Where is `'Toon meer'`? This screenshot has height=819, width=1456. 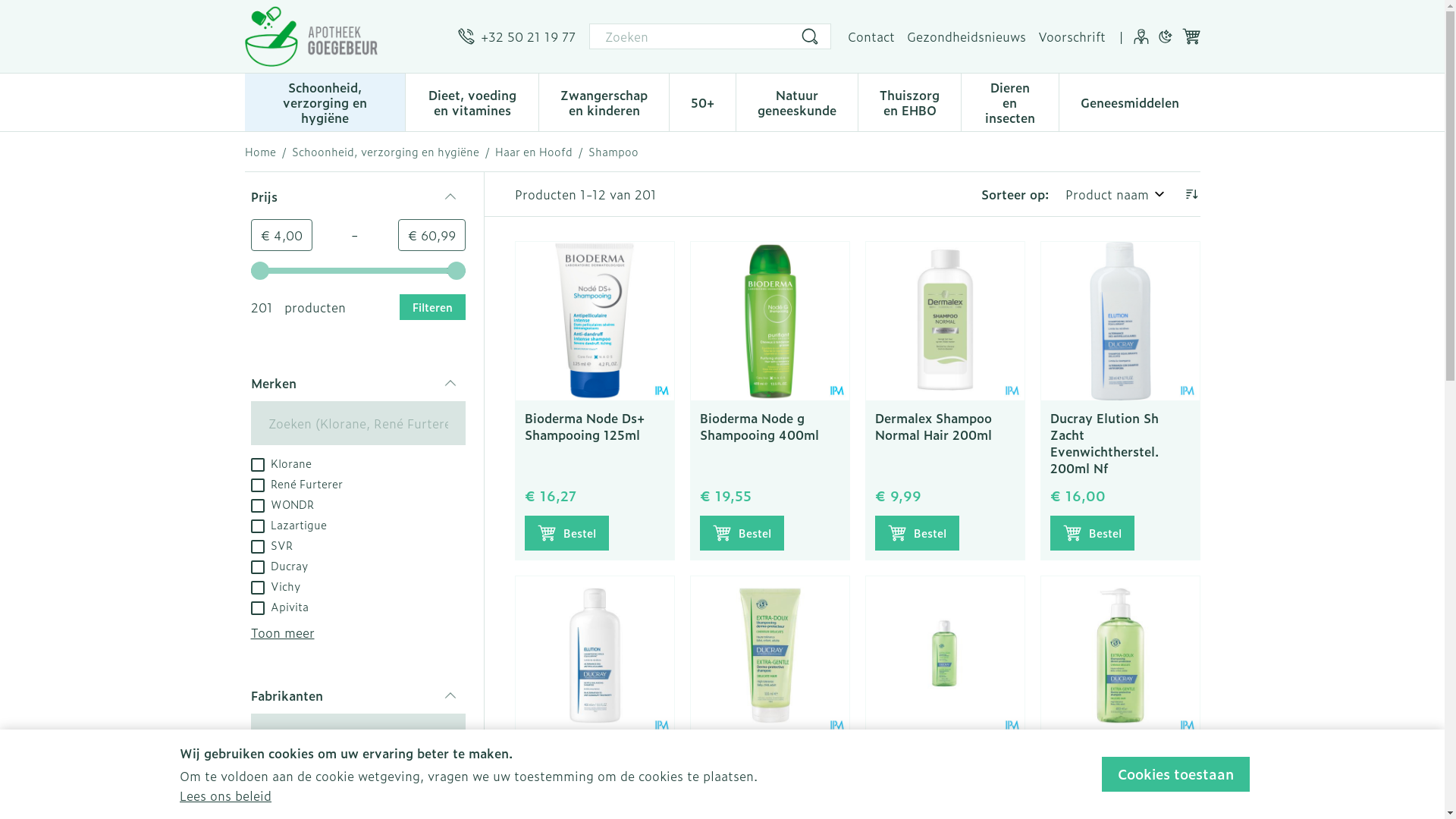 'Toon meer' is located at coordinates (282, 632).